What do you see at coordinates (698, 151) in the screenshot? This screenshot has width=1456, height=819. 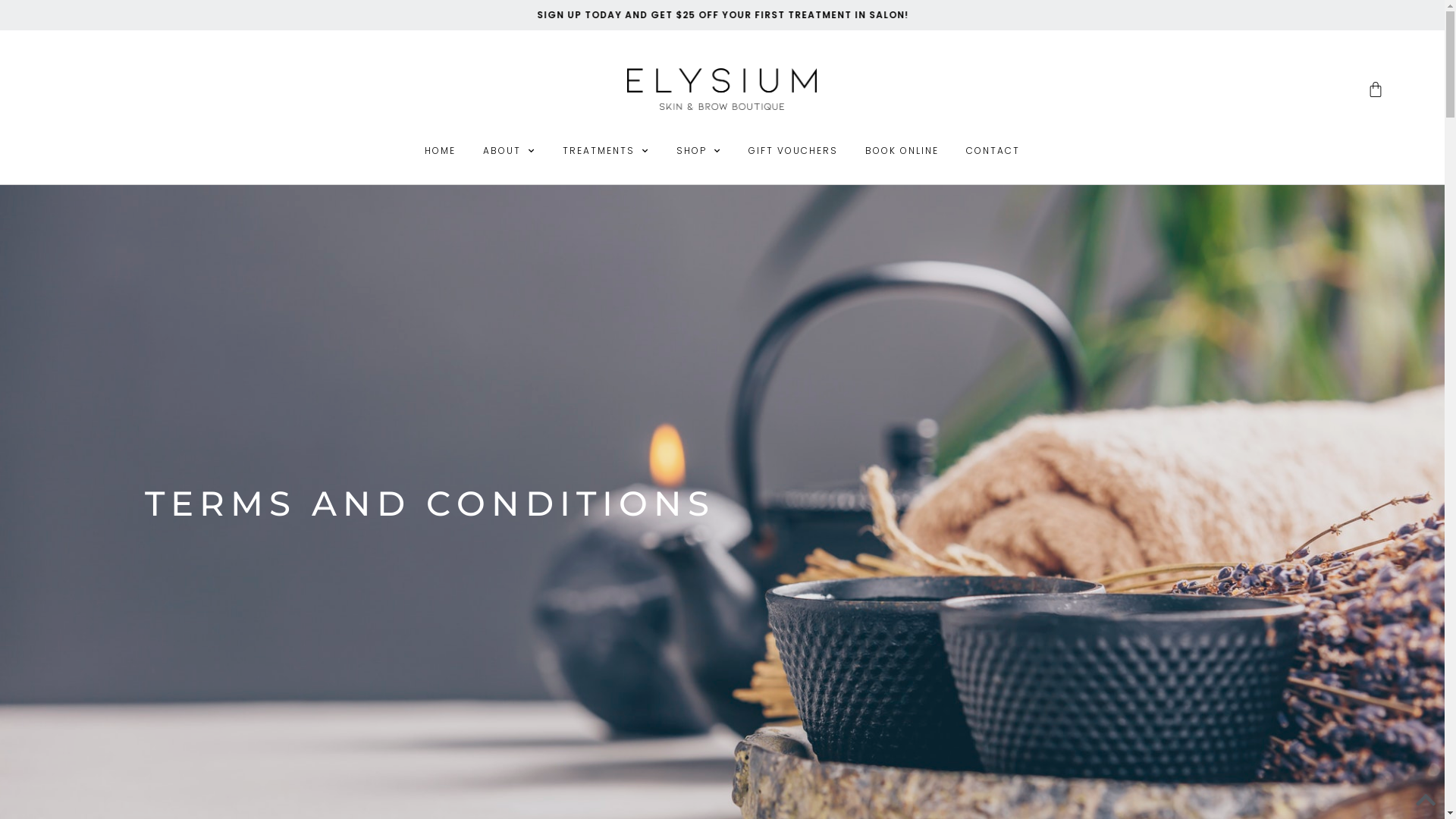 I see `'SHOP'` at bounding box center [698, 151].